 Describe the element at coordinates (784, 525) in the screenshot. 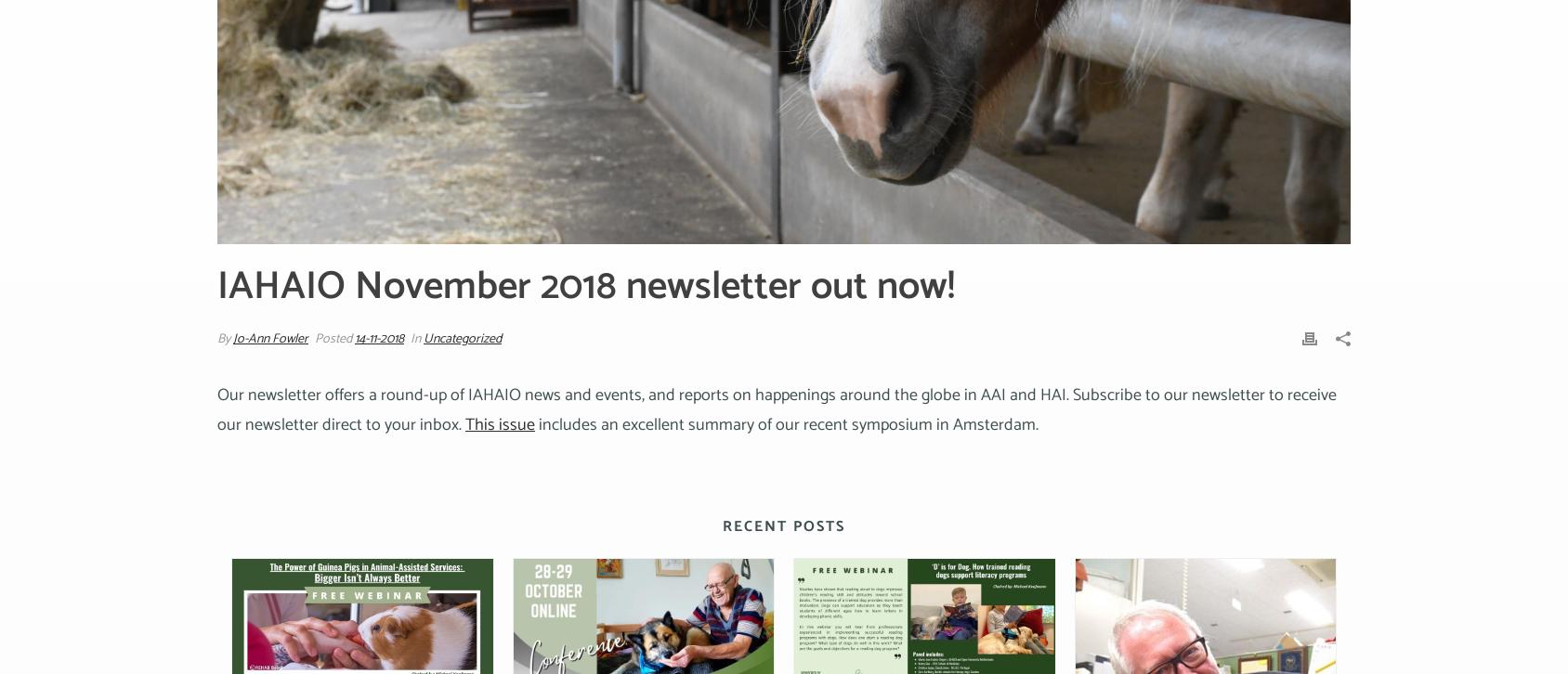

I see `'Recent Posts'` at that location.